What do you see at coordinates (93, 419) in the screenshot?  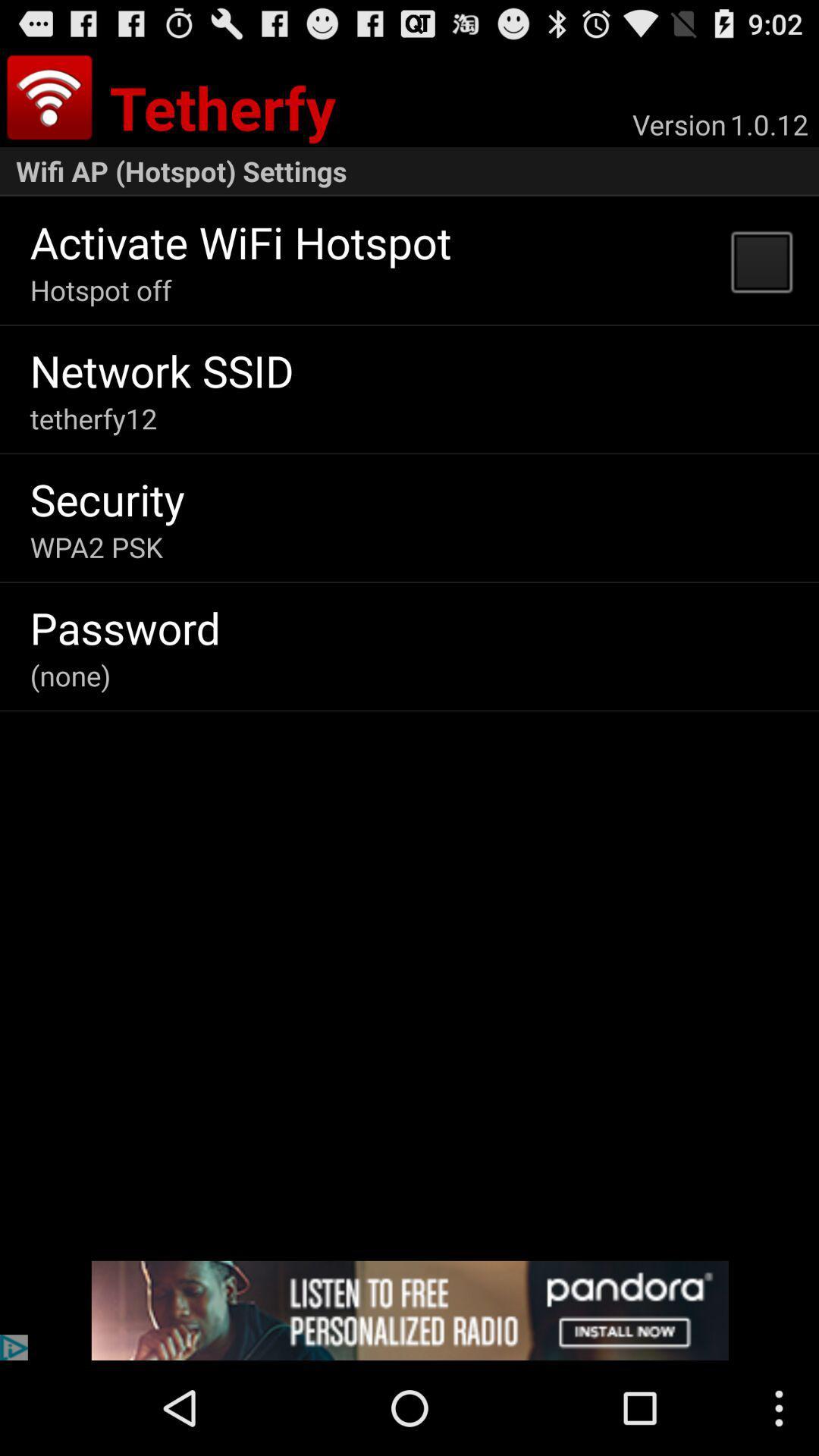 I see `the item above the security icon` at bounding box center [93, 419].